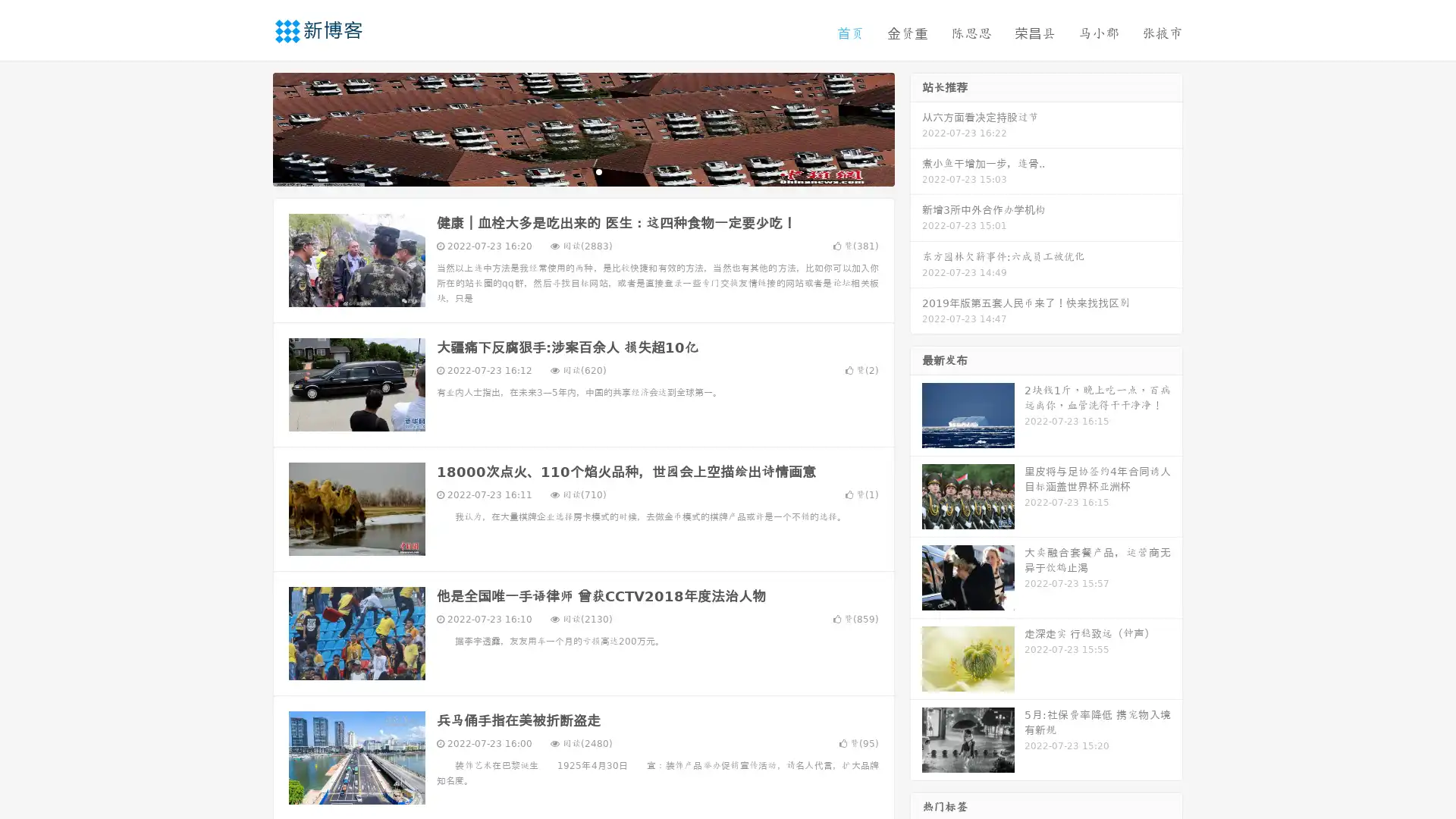 The width and height of the screenshot is (1456, 819). I want to click on Previous slide, so click(250, 127).